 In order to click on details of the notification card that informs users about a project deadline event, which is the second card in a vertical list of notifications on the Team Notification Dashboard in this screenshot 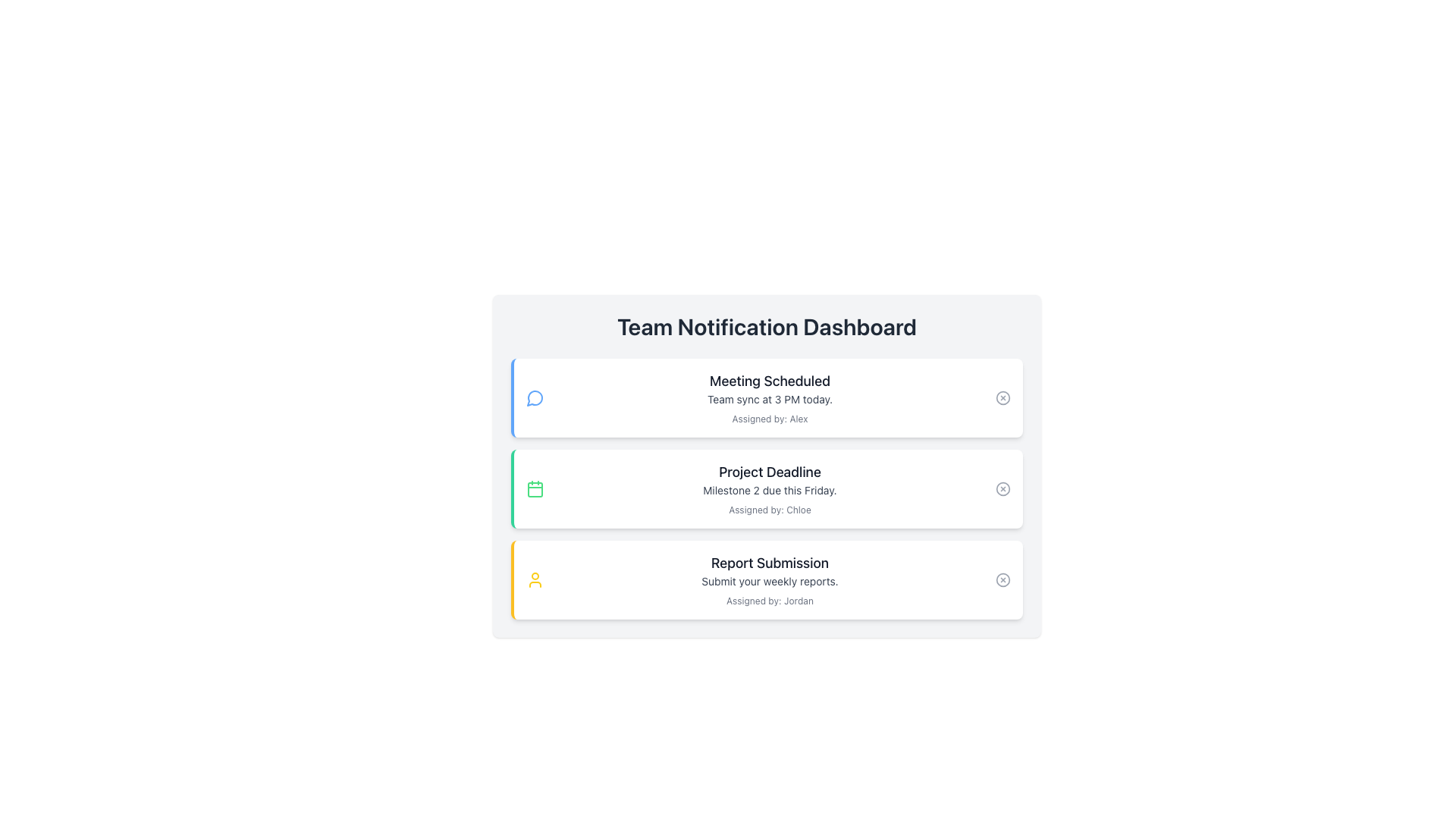, I will do `click(767, 465)`.